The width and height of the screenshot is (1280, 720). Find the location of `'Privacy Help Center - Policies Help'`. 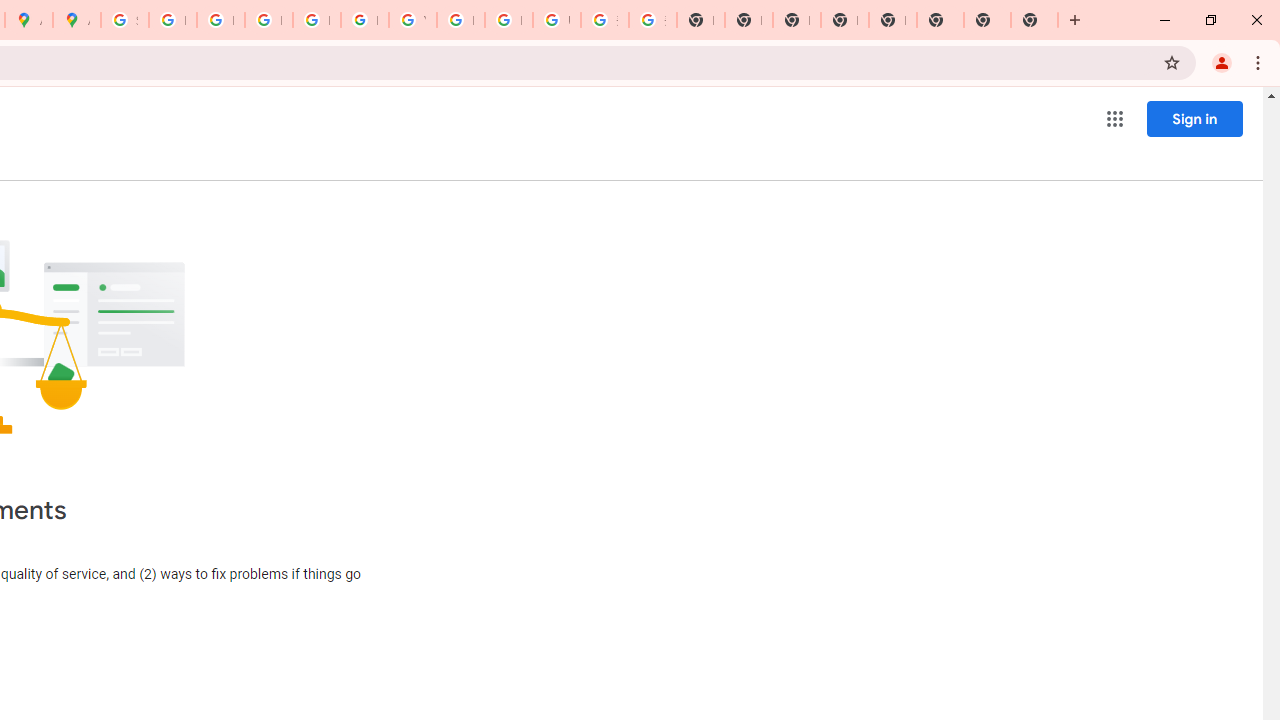

'Privacy Help Center - Policies Help' is located at coordinates (220, 20).